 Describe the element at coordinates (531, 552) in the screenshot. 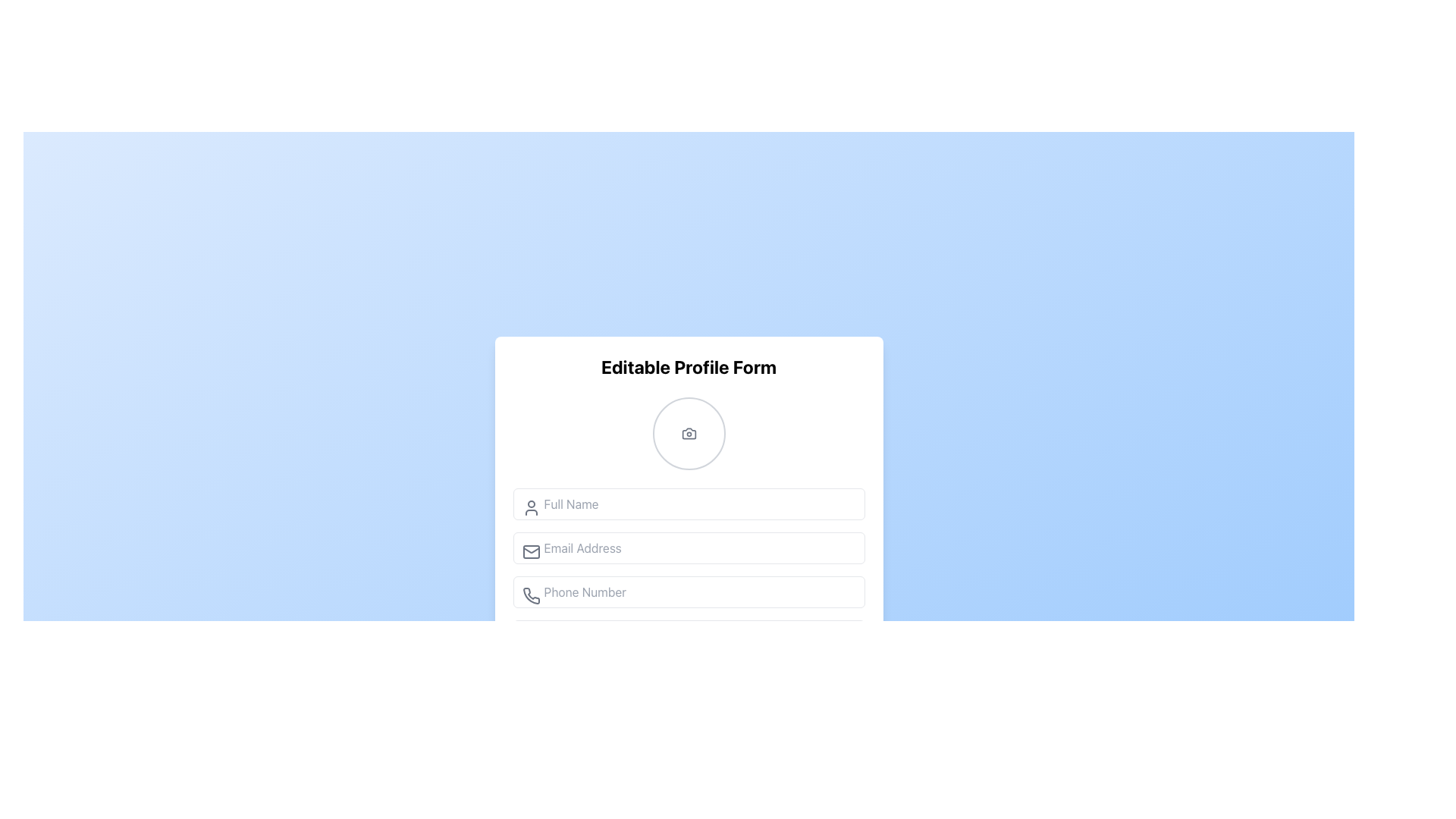

I see `the SVG Rectangle that visually represents the email icon, which is positioned in the top left corner of the associated 'Email Address' input field` at that location.